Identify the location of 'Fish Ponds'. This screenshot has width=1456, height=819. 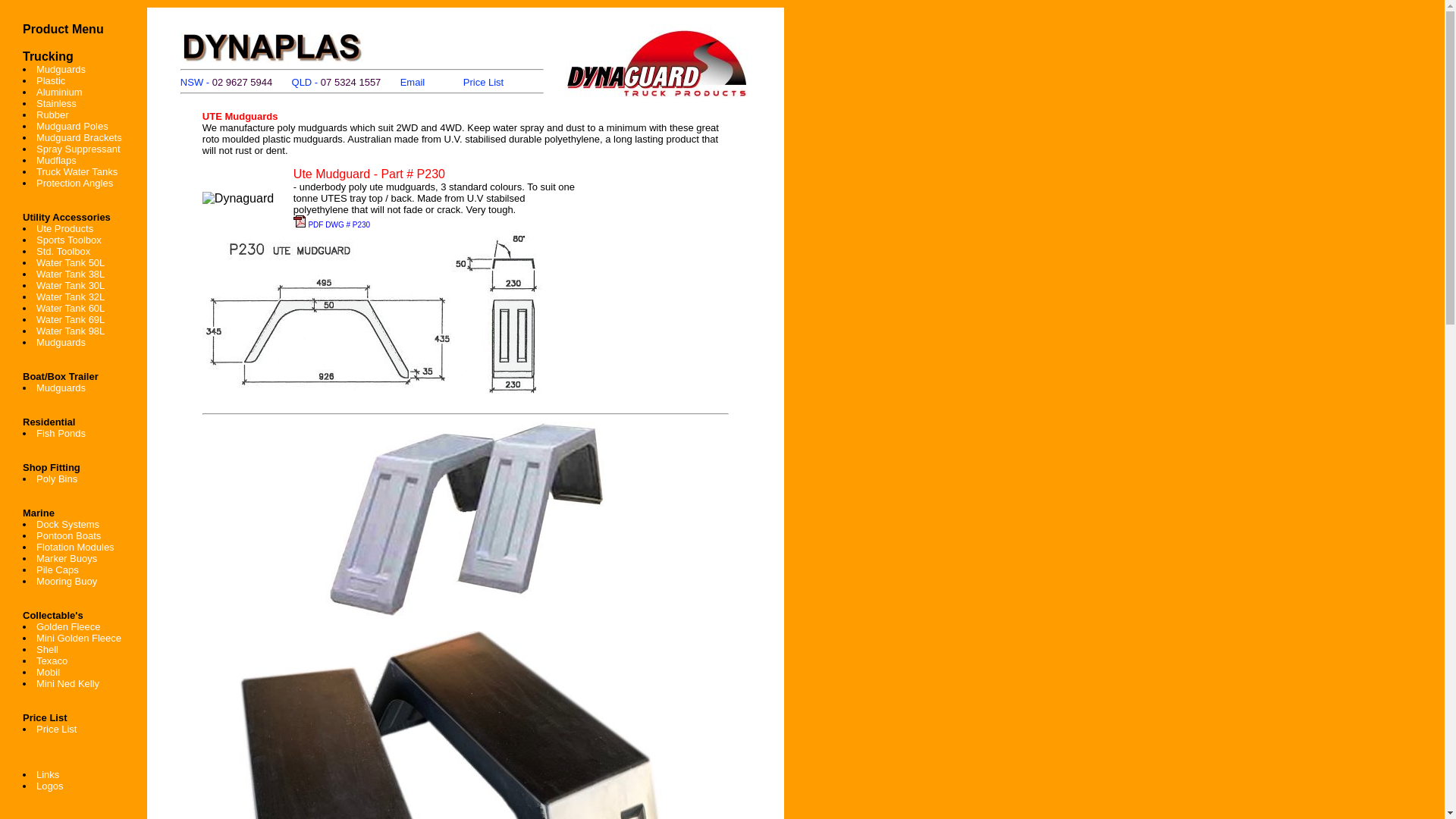
(36, 433).